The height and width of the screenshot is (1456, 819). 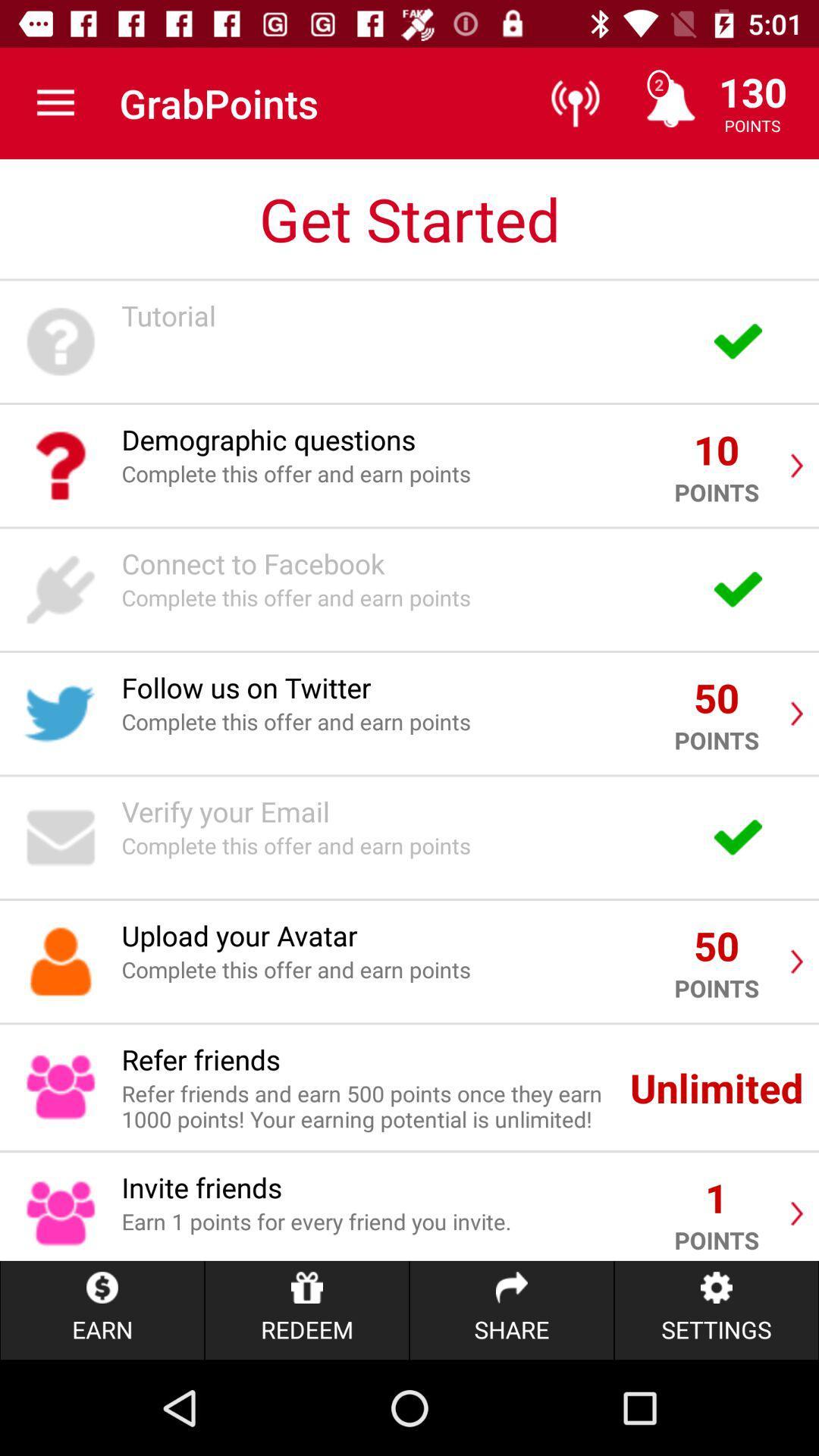 I want to click on the icon to the left of the grabpoints, so click(x=55, y=102).